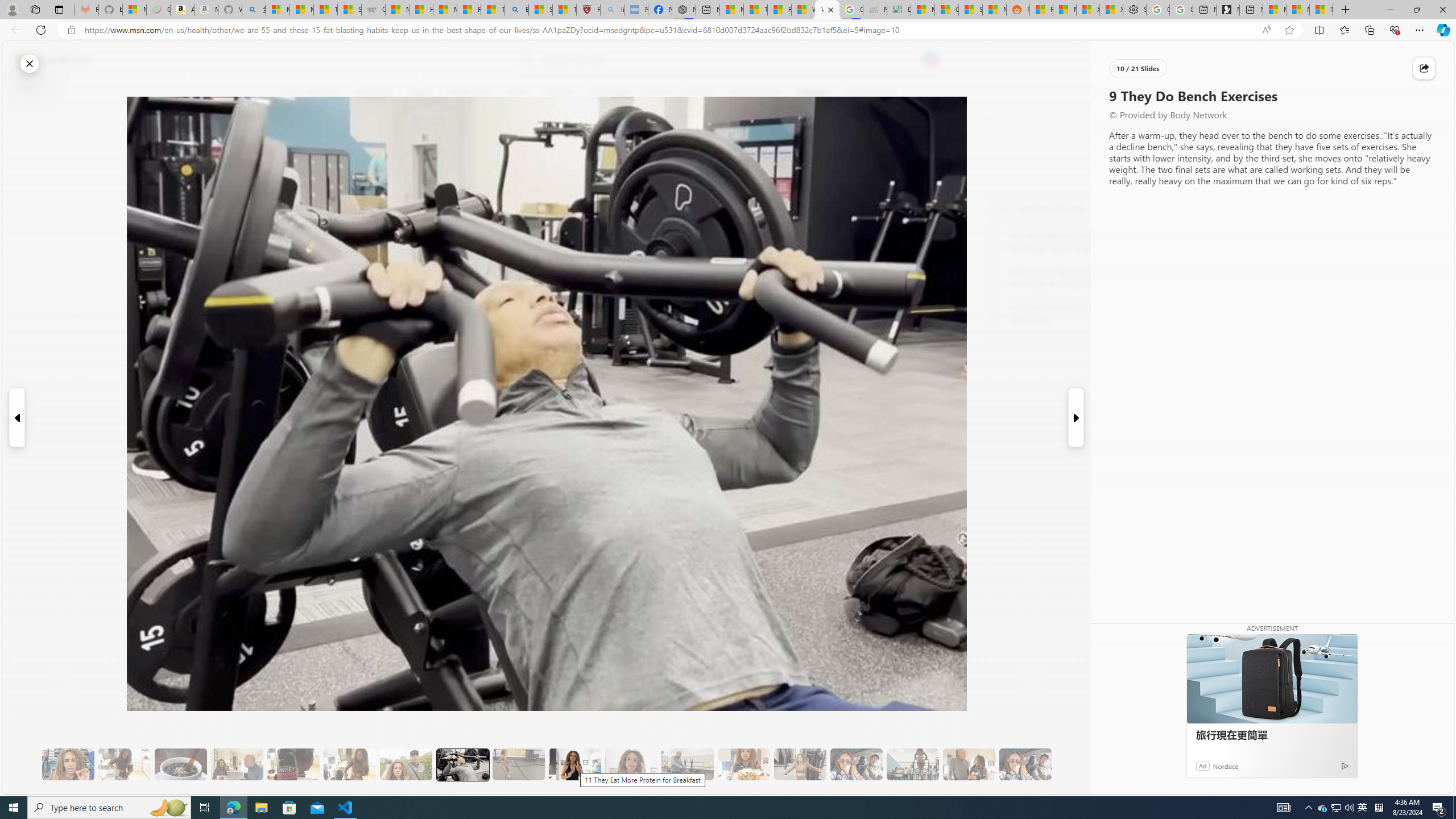 This screenshot has height=819, width=1456. What do you see at coordinates (180, 764) in the screenshot?
I see `'8 Be Mindful of Coffee'` at bounding box center [180, 764].